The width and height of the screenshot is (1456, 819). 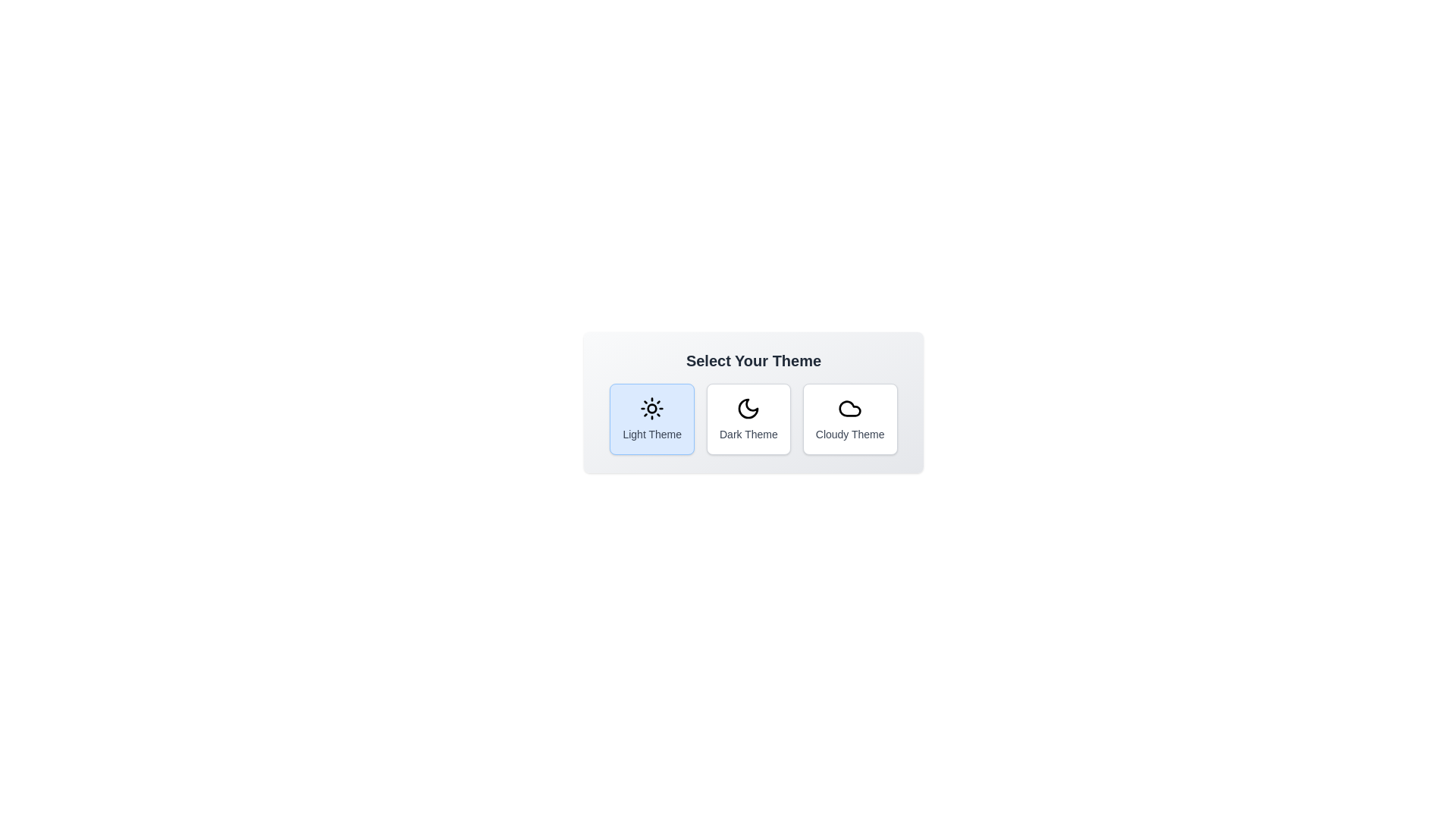 I want to click on the instructional Text label located centrally at the top of the theme selection options, which provides guidance about the themes below, so click(x=753, y=360).